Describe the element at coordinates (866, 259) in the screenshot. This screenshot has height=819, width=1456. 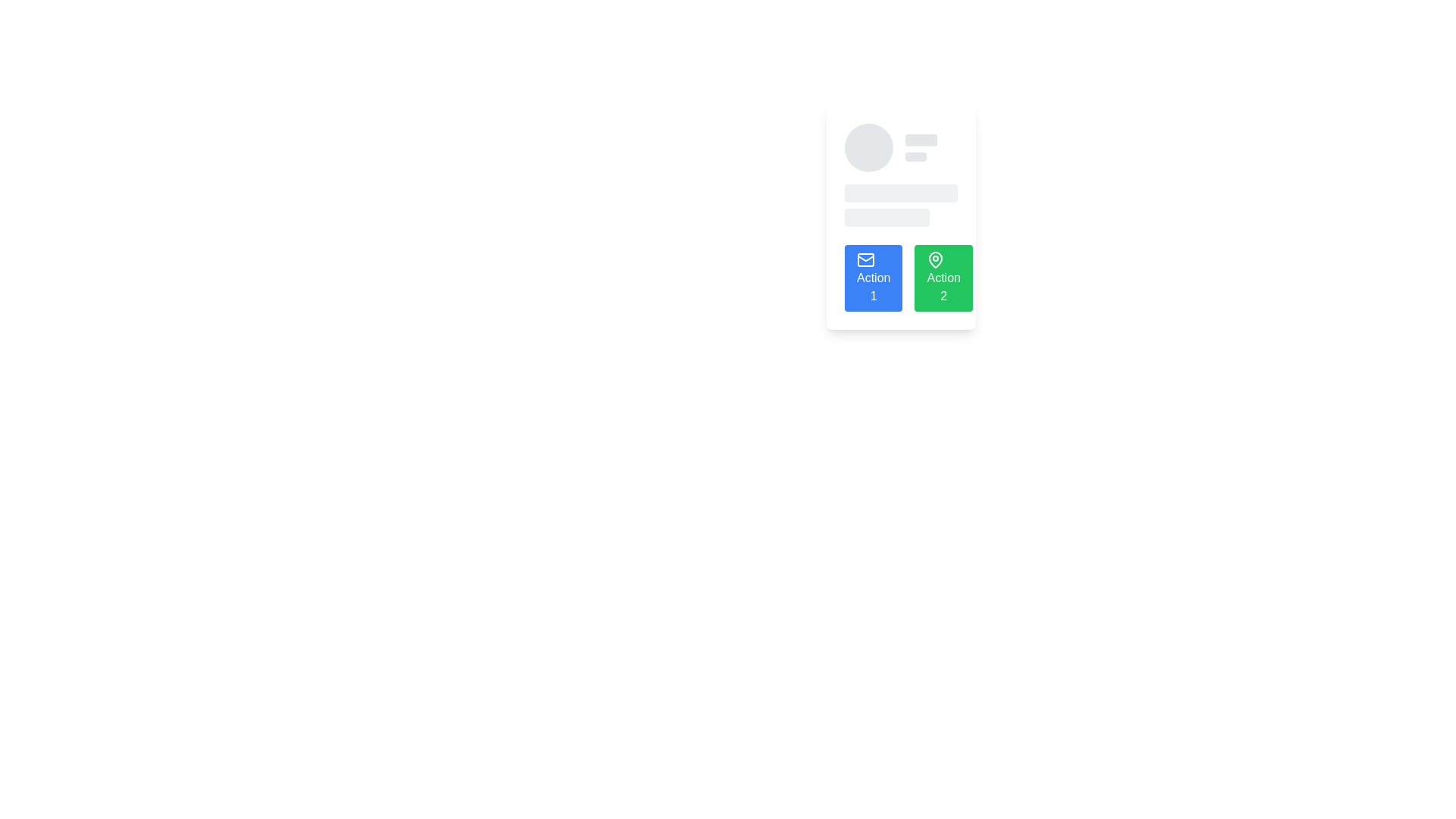
I see `the email indicator icon within the blue rectangular button labeled 'Action 1'` at that location.